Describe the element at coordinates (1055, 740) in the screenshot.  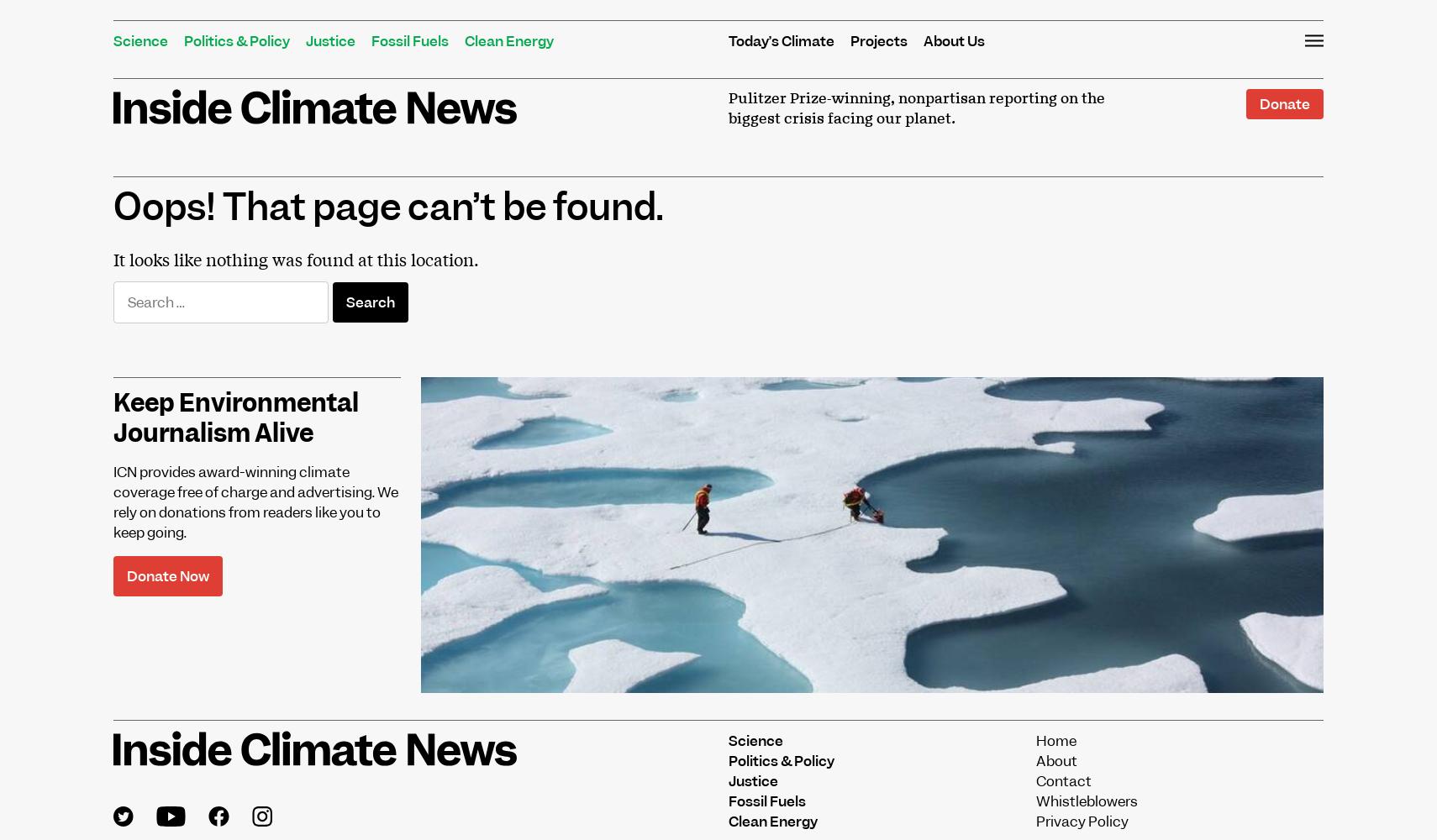
I see `'Home'` at that location.